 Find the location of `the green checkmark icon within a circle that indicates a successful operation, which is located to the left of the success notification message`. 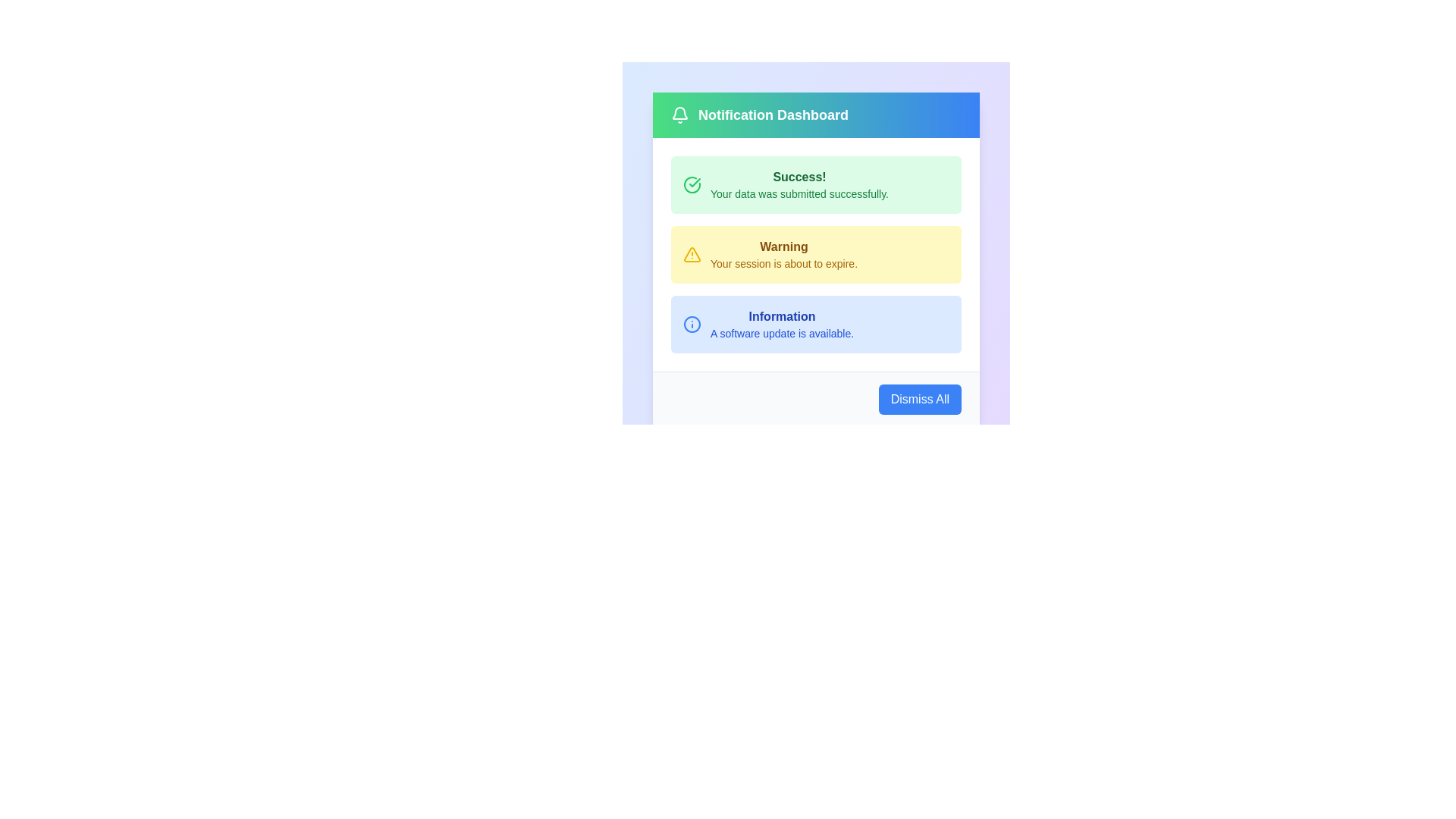

the green checkmark icon within a circle that indicates a successful operation, which is located to the left of the success notification message is located at coordinates (691, 184).